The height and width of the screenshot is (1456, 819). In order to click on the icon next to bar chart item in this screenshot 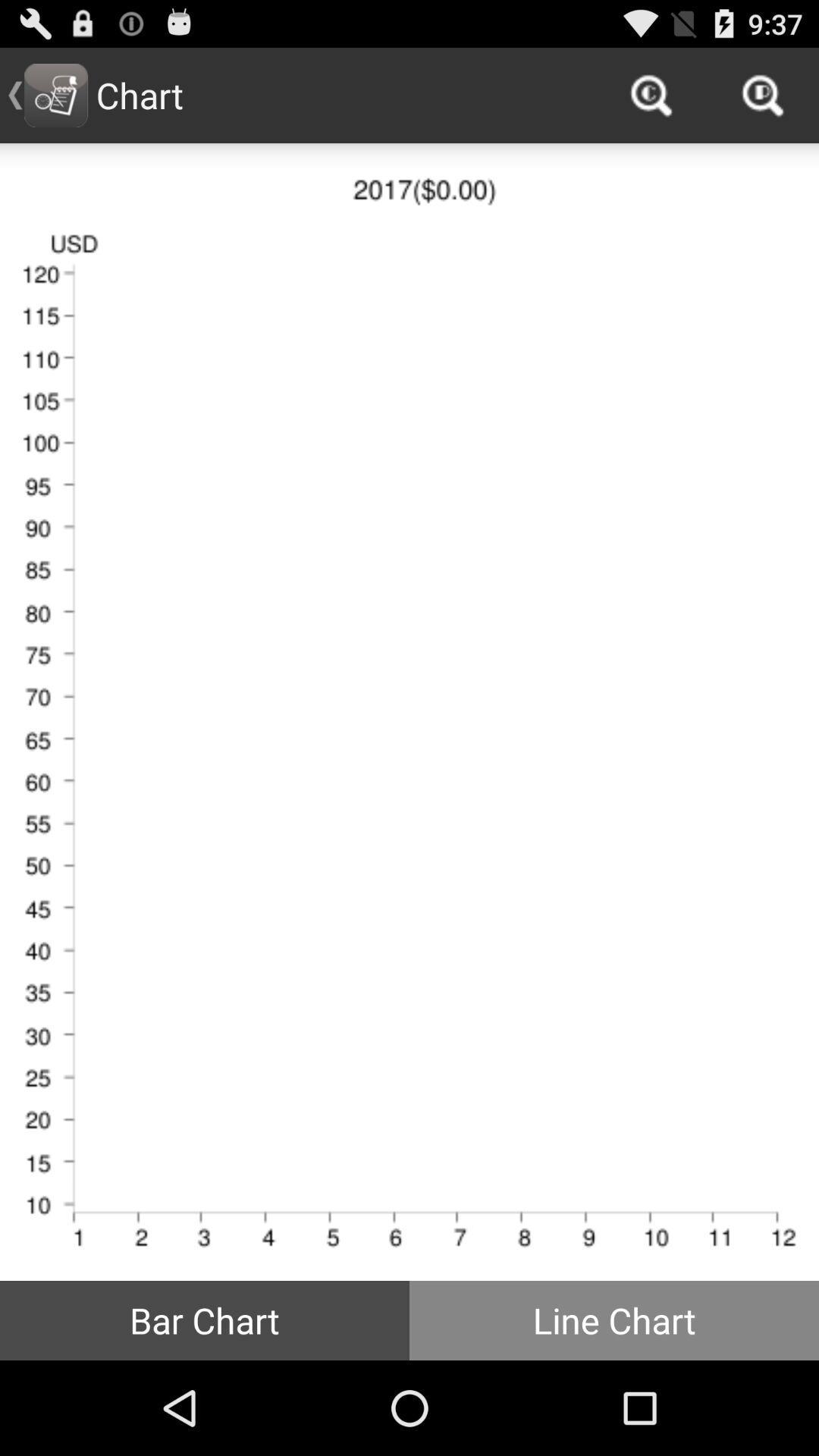, I will do `click(614, 1319)`.